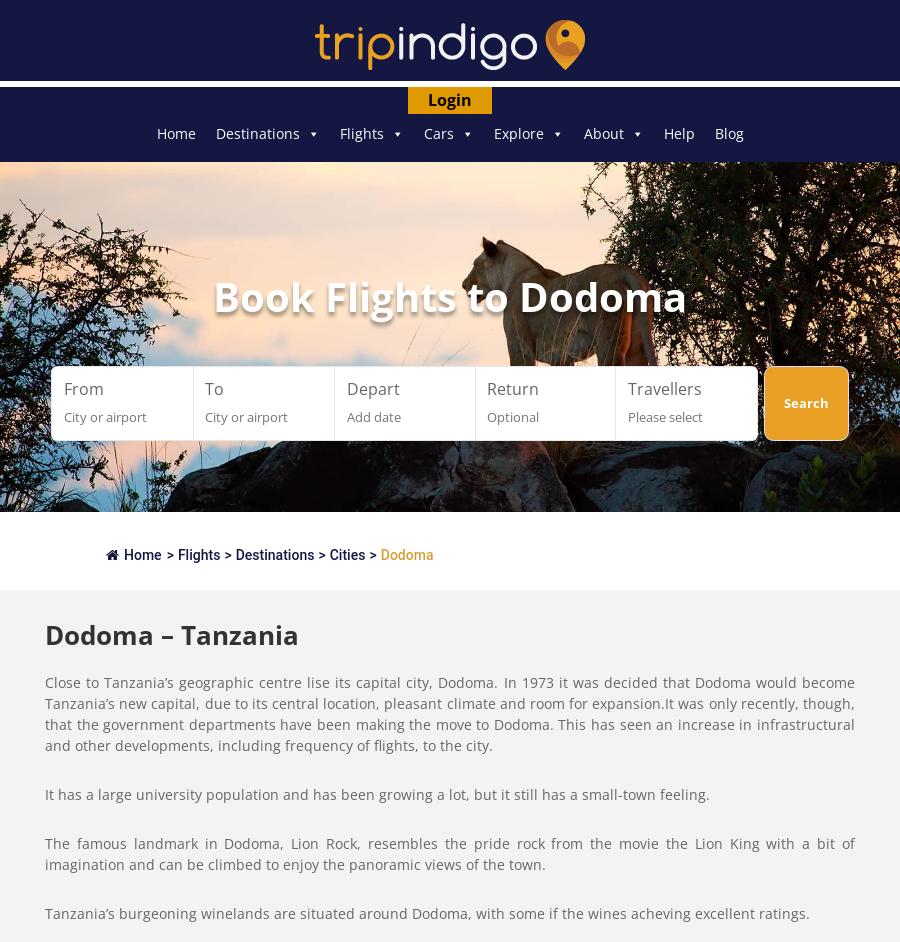  What do you see at coordinates (517, 133) in the screenshot?
I see `'Explore'` at bounding box center [517, 133].